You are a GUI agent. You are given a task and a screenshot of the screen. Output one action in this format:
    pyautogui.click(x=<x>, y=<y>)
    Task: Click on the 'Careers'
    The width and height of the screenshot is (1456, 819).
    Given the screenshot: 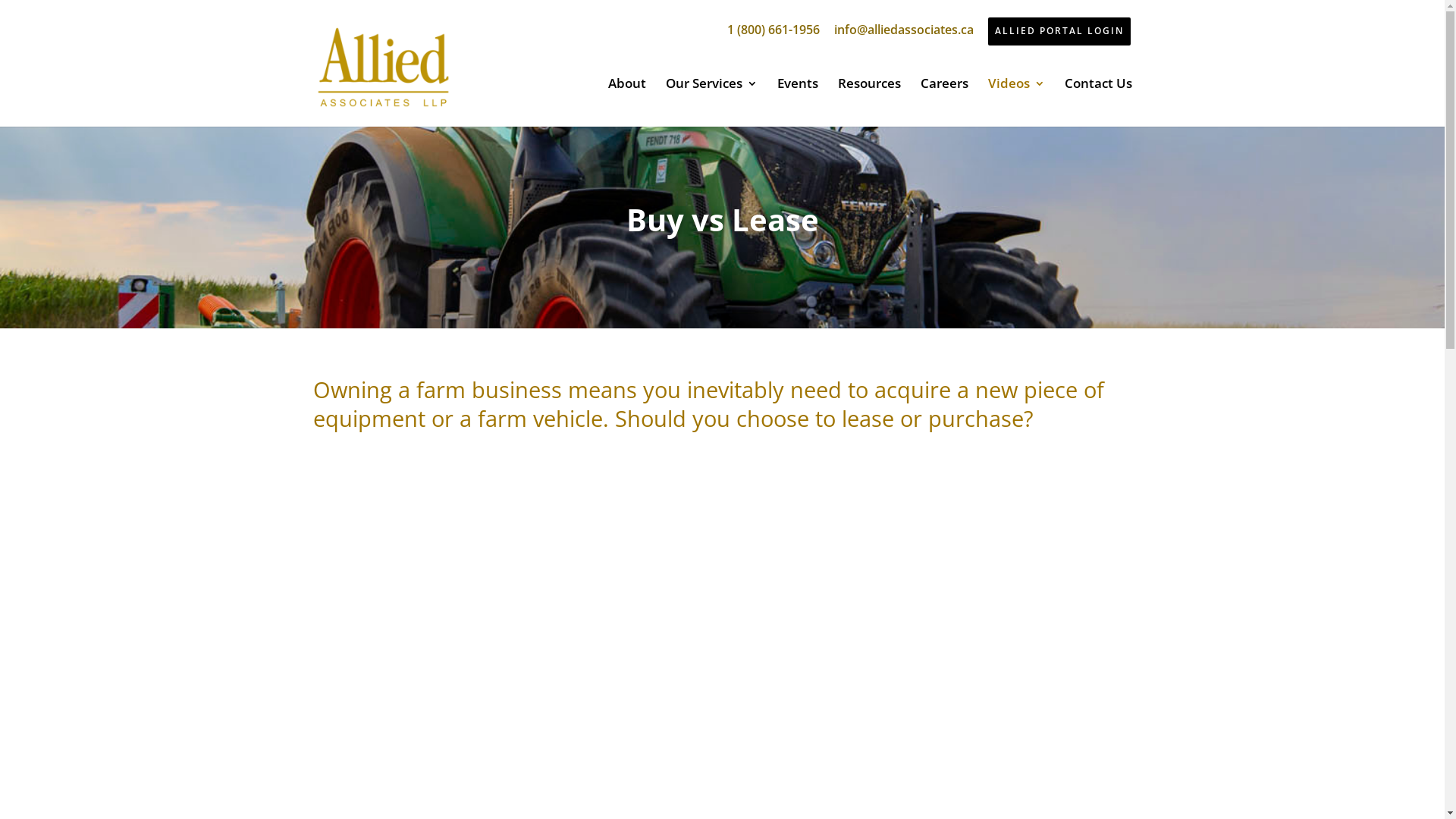 What is the action you would take?
    pyautogui.click(x=943, y=102)
    